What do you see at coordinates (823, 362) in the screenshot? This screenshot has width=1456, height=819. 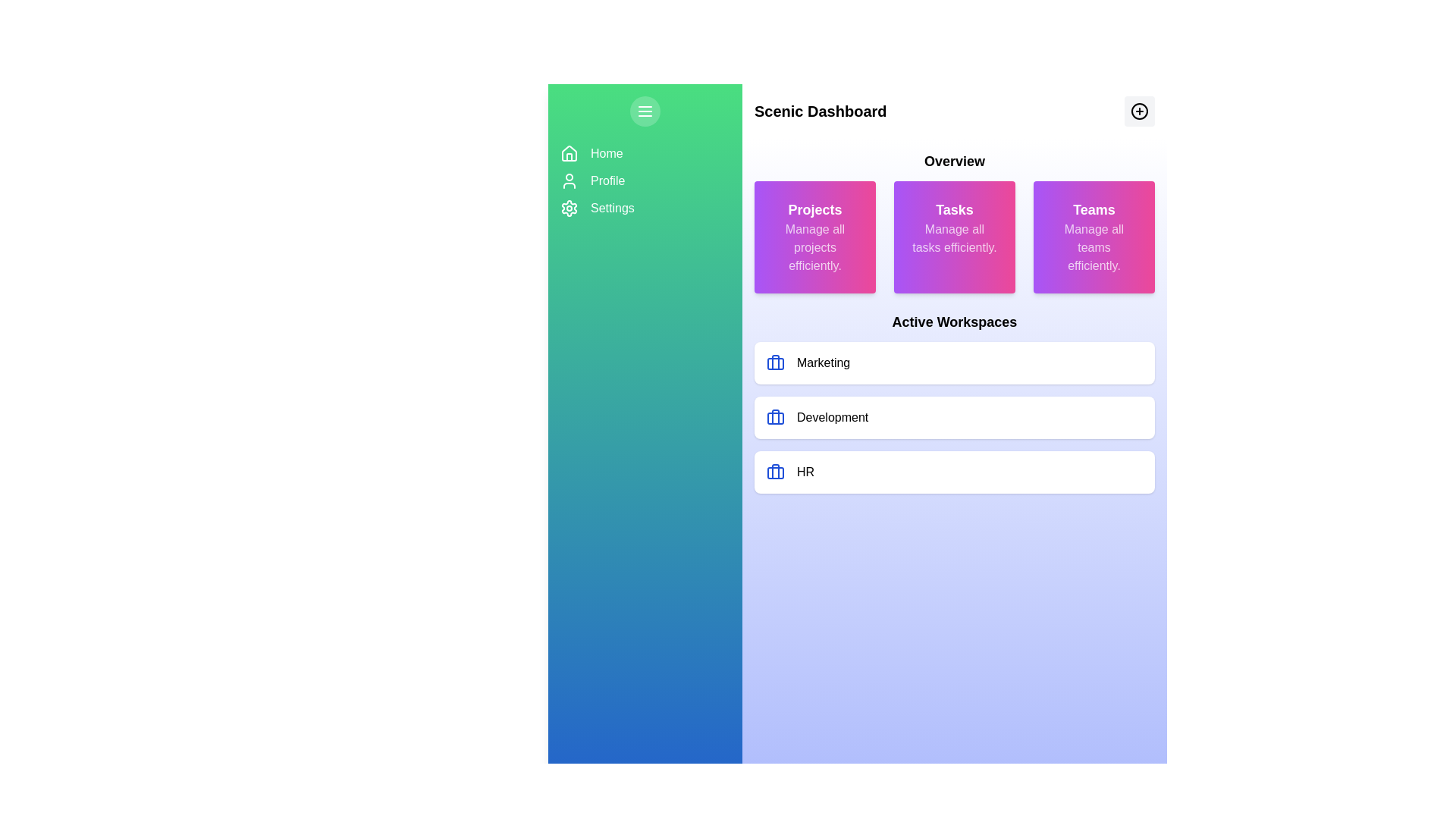 I see `the text label that identifies the name of the workspace section within the first item of the vertical list under 'Active Workspaces'` at bounding box center [823, 362].